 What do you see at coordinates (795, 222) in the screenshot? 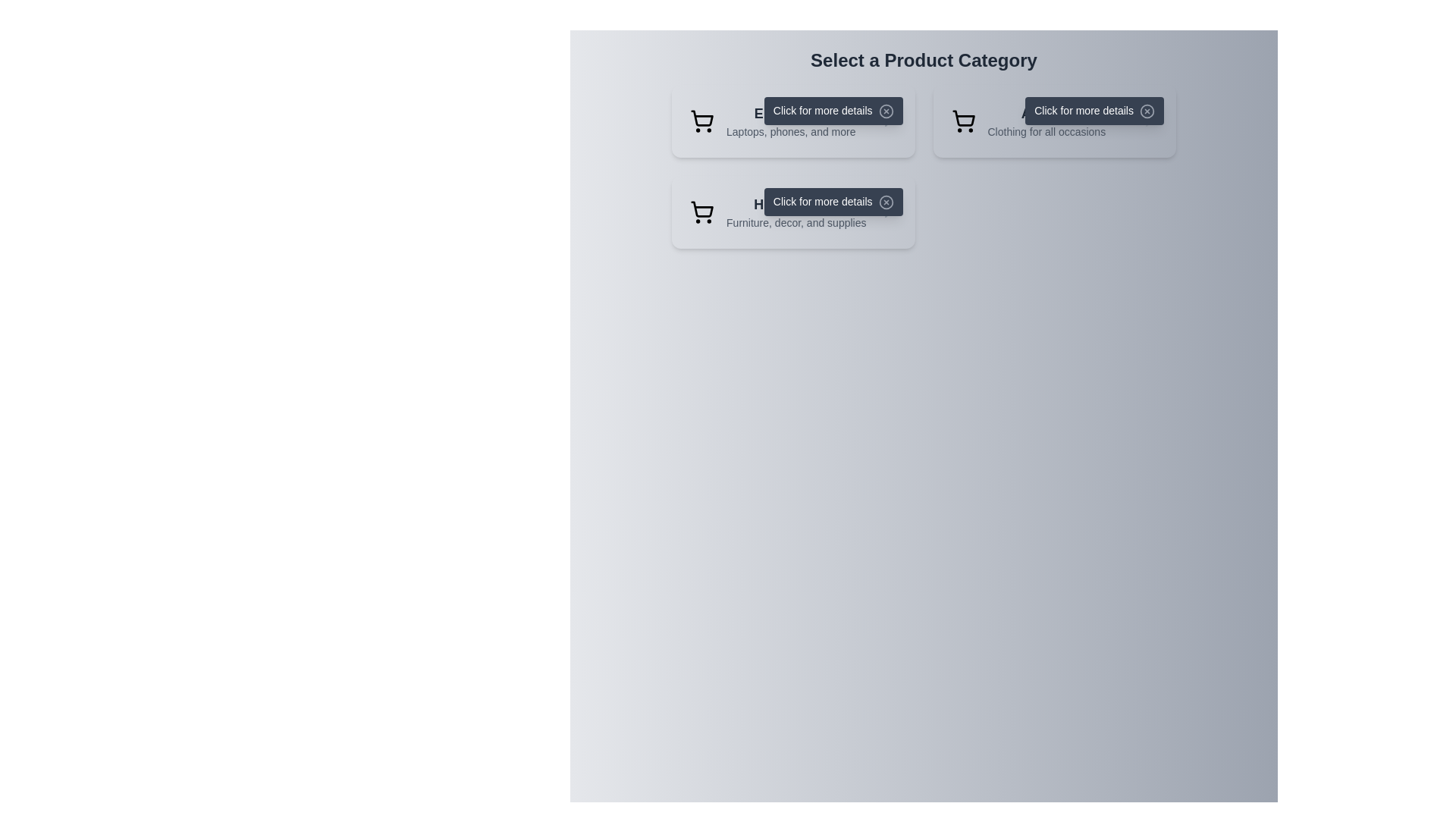
I see `the text label that reads 'Furniture, decor, and supplies', which is styled in a smaller gray font and positioned directly below the 'Home Goods' title` at bounding box center [795, 222].